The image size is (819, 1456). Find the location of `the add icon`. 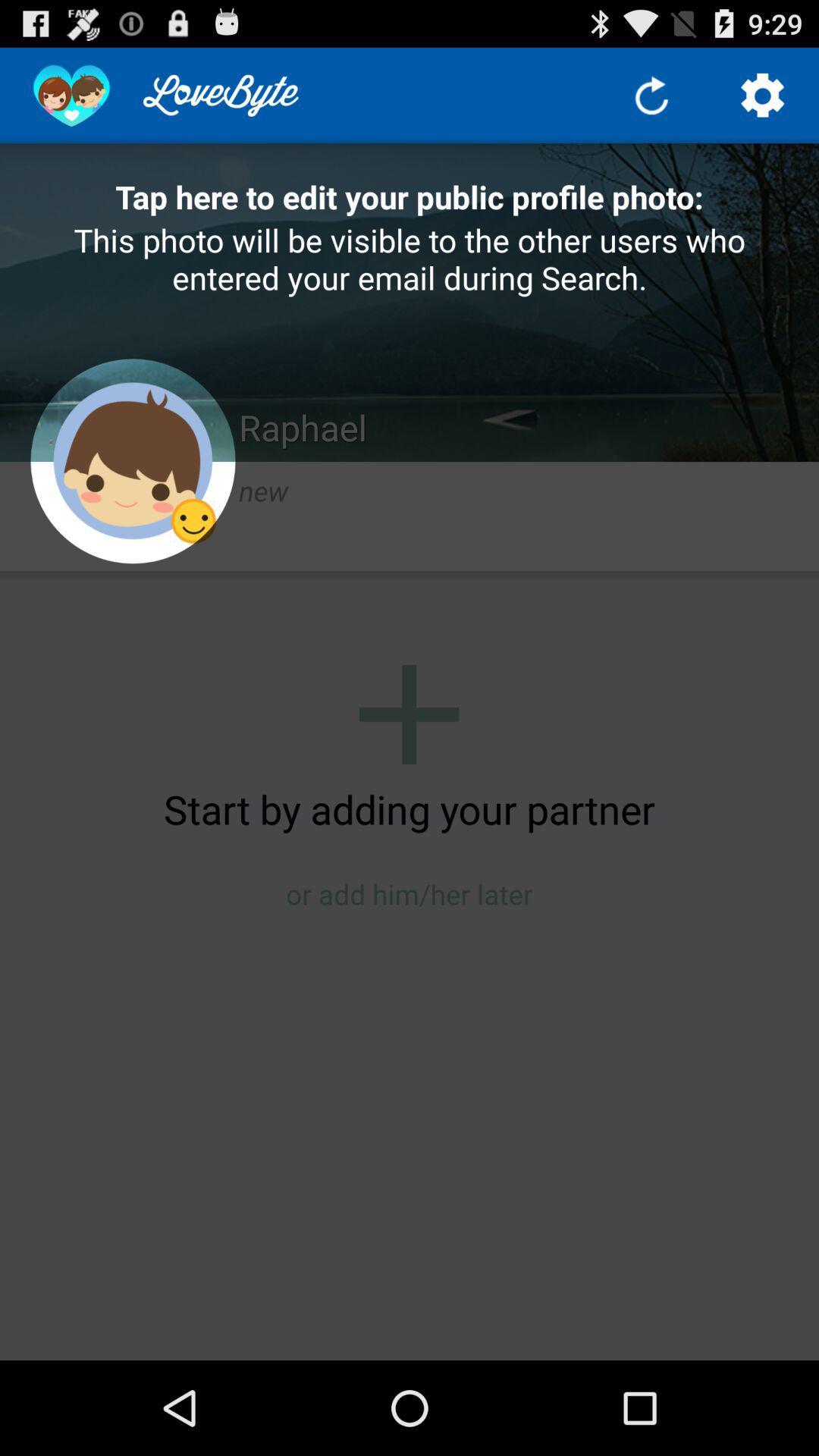

the add icon is located at coordinates (408, 764).